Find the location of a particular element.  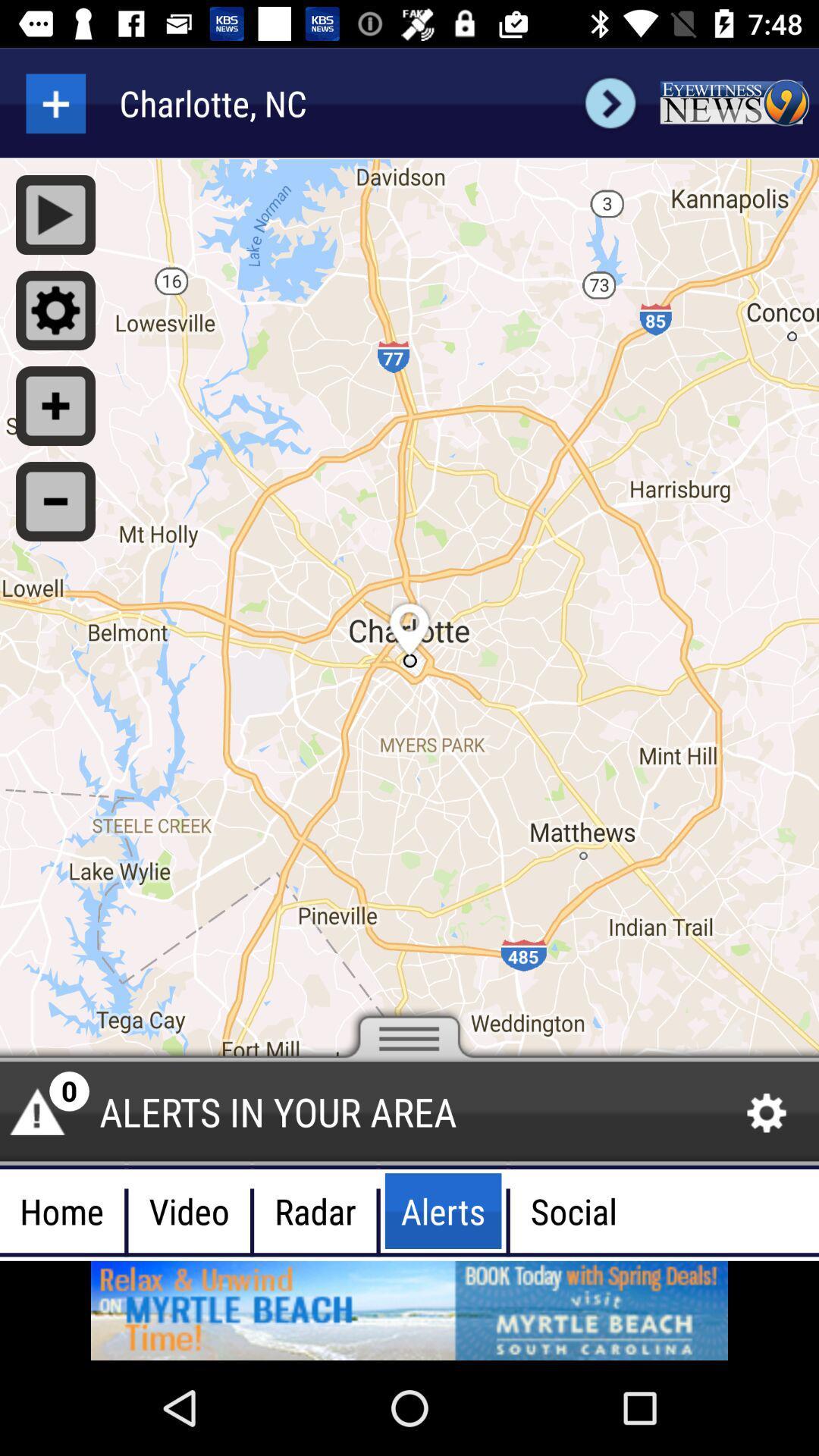

go back is located at coordinates (55, 102).